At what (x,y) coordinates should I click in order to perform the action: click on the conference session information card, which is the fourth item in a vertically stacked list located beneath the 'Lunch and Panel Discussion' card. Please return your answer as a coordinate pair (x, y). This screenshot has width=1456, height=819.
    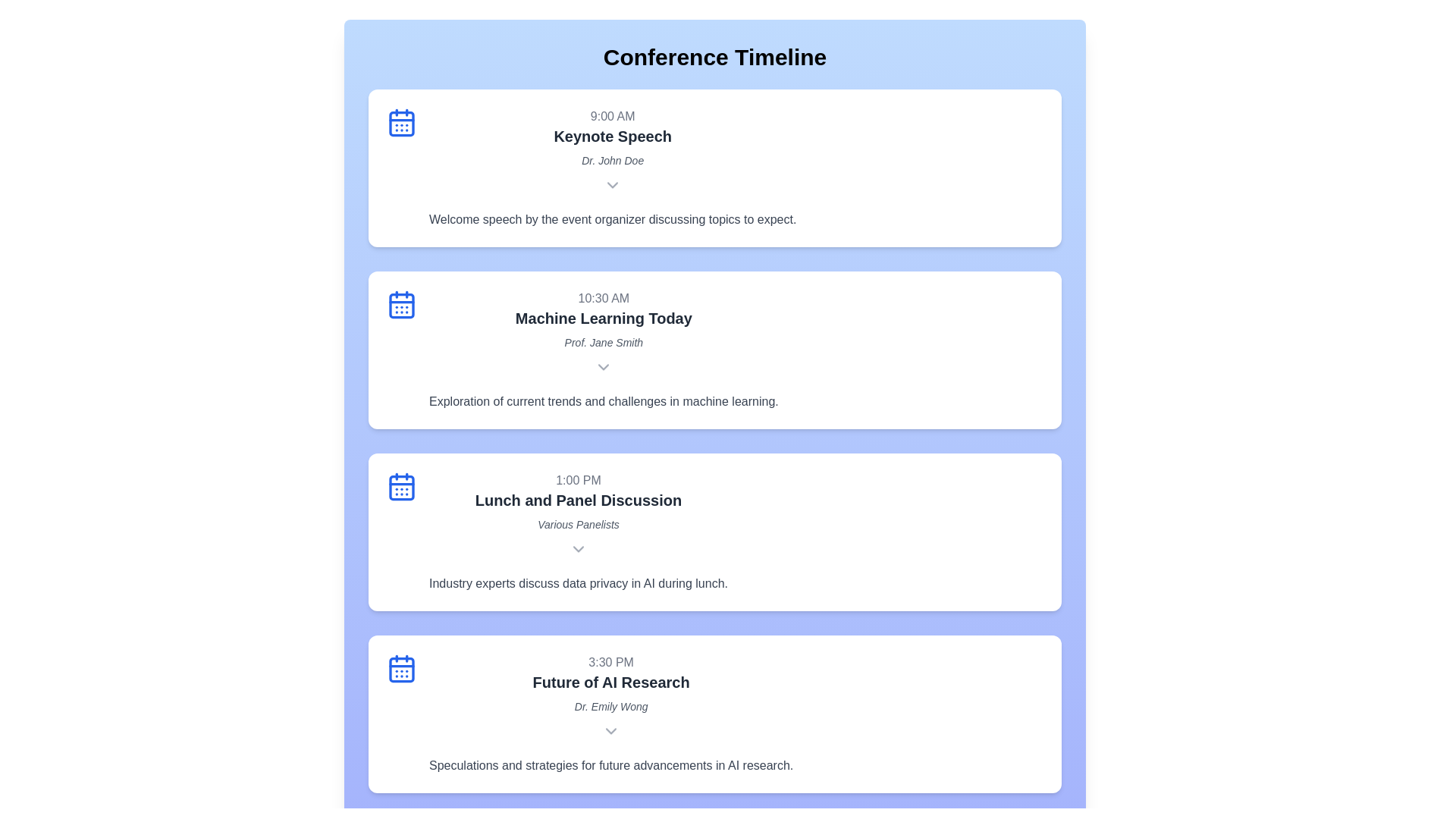
    Looking at the image, I should click on (714, 714).